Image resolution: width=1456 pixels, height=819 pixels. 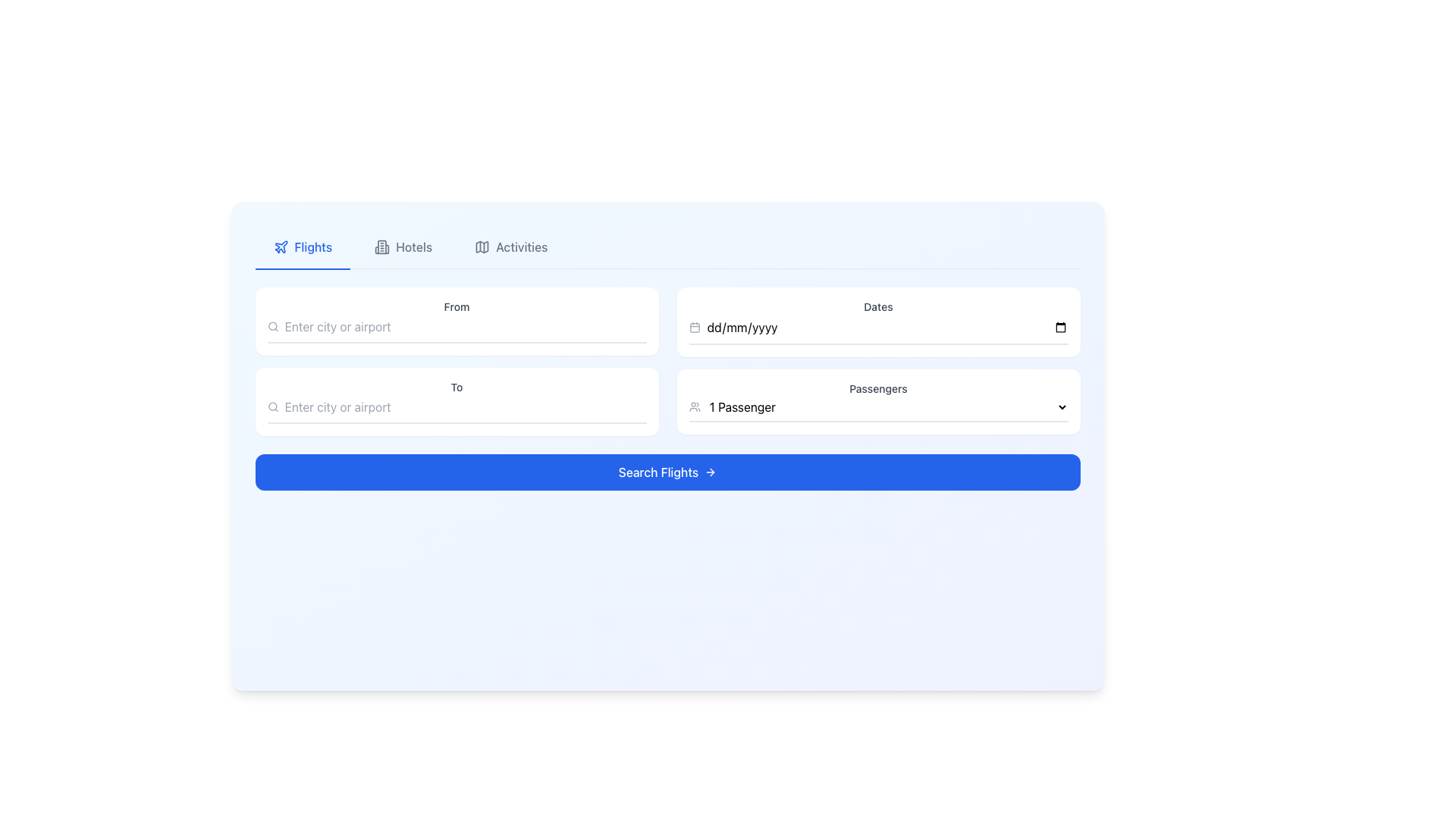 I want to click on the 'Dates' label, which is a small gray text label located at the top-right section of the form panel, above the date input field and aligned with a calendar icon, so click(x=878, y=307).